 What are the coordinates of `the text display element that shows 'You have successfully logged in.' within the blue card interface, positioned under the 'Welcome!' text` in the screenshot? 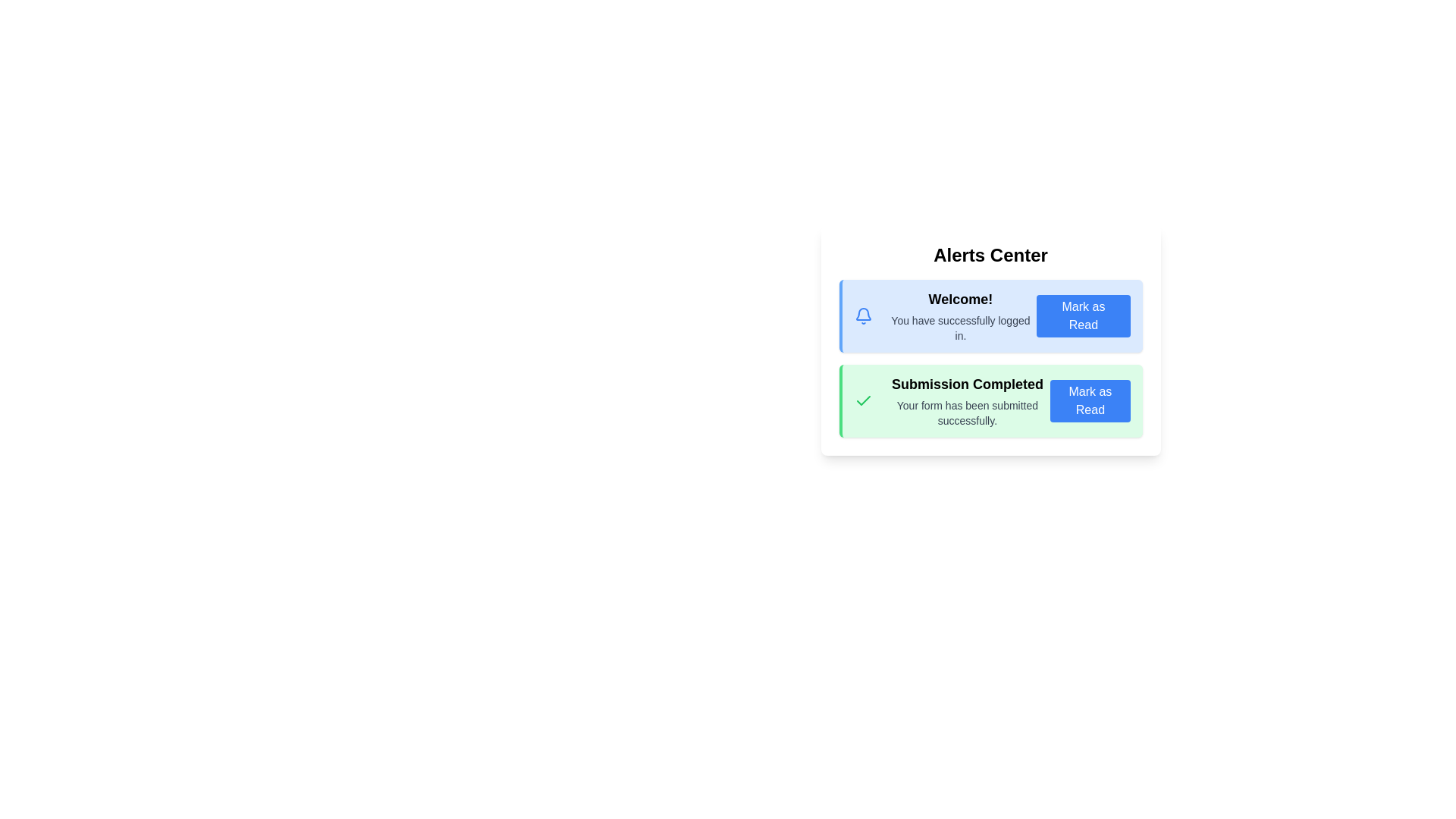 It's located at (960, 327).